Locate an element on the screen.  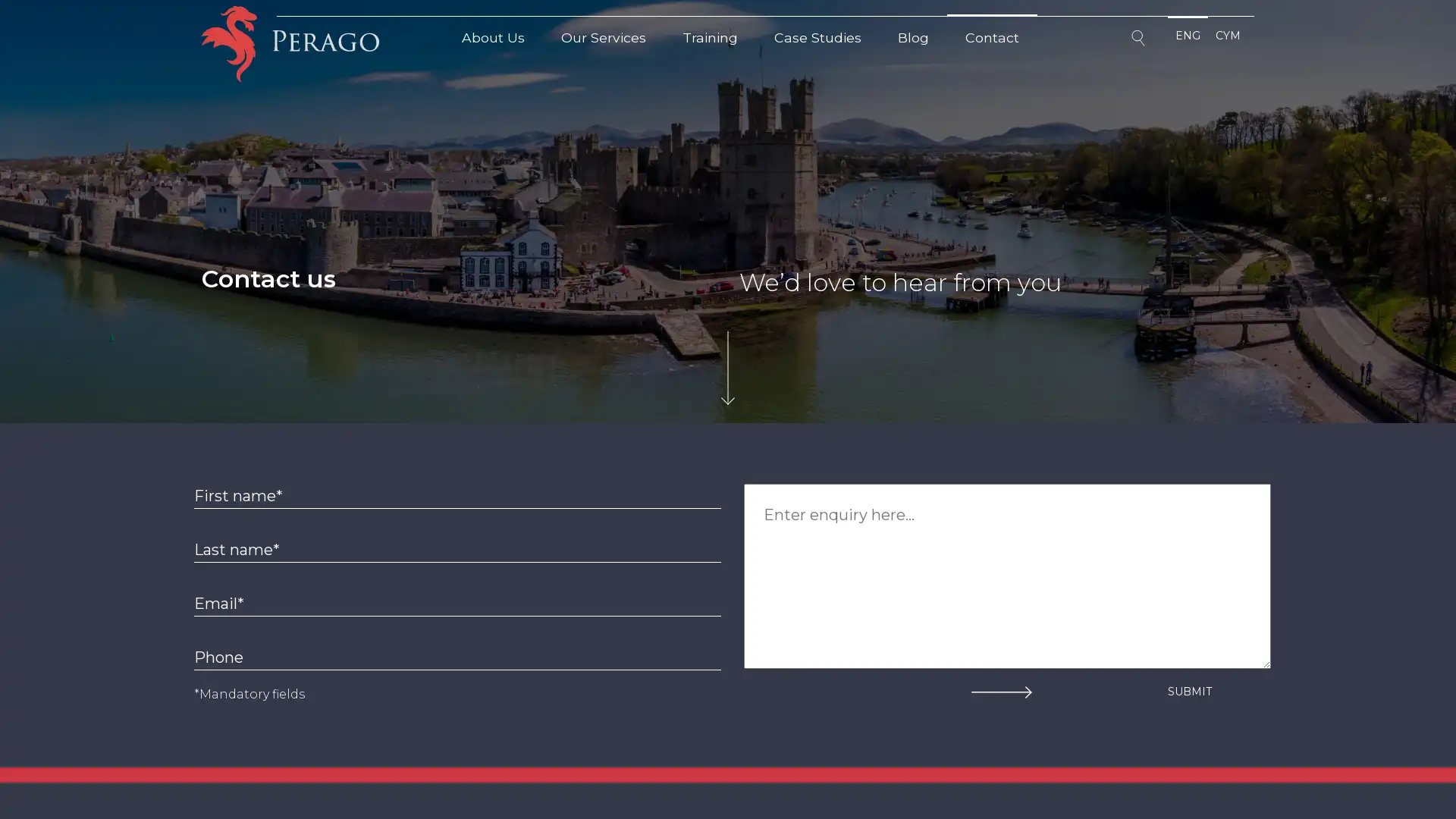
Submit is located at coordinates (1189, 691).